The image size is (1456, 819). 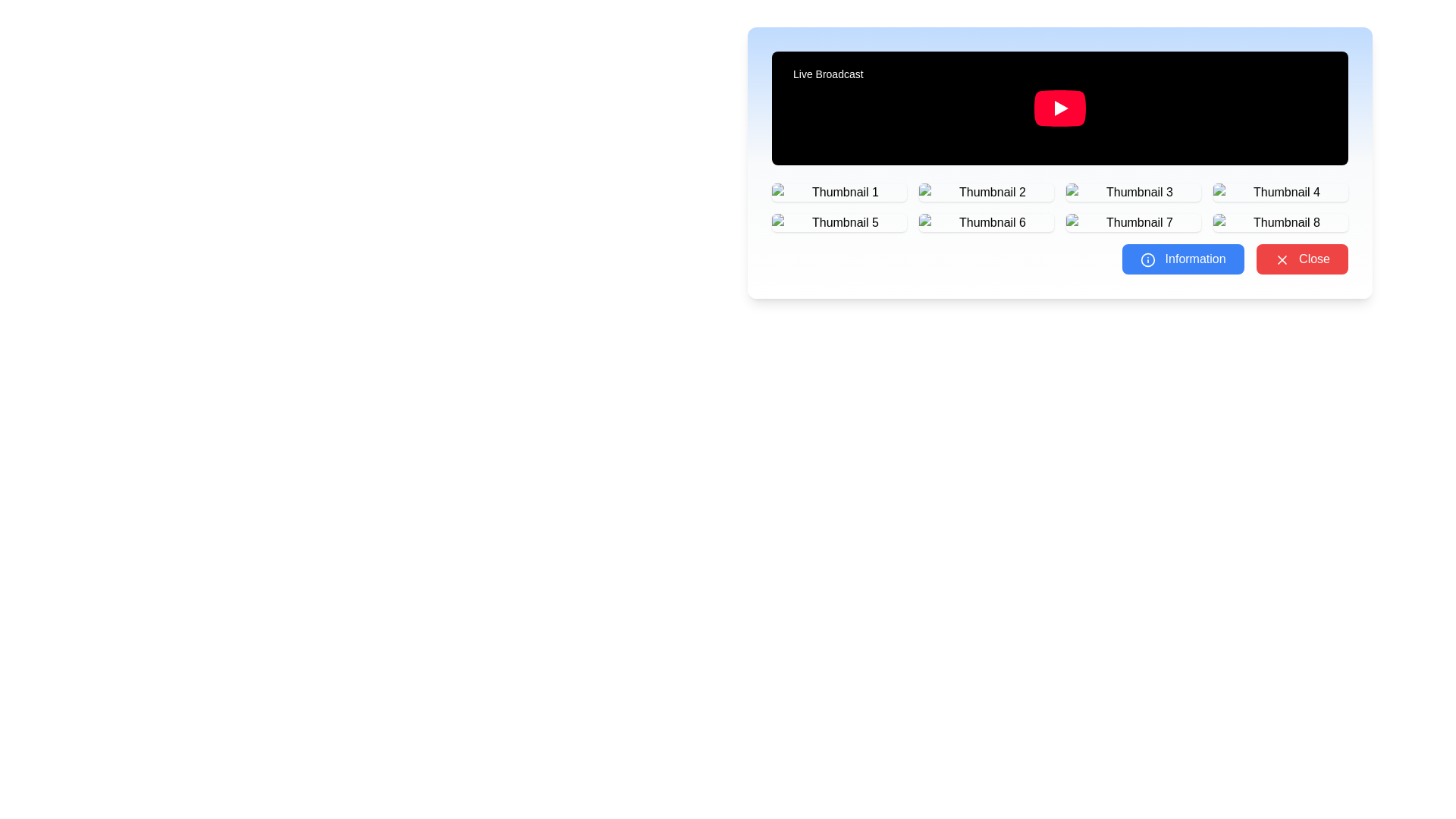 I want to click on the second button in the row at the bottom of the panel, located to the right of the 'Information' button, so click(x=1301, y=259).